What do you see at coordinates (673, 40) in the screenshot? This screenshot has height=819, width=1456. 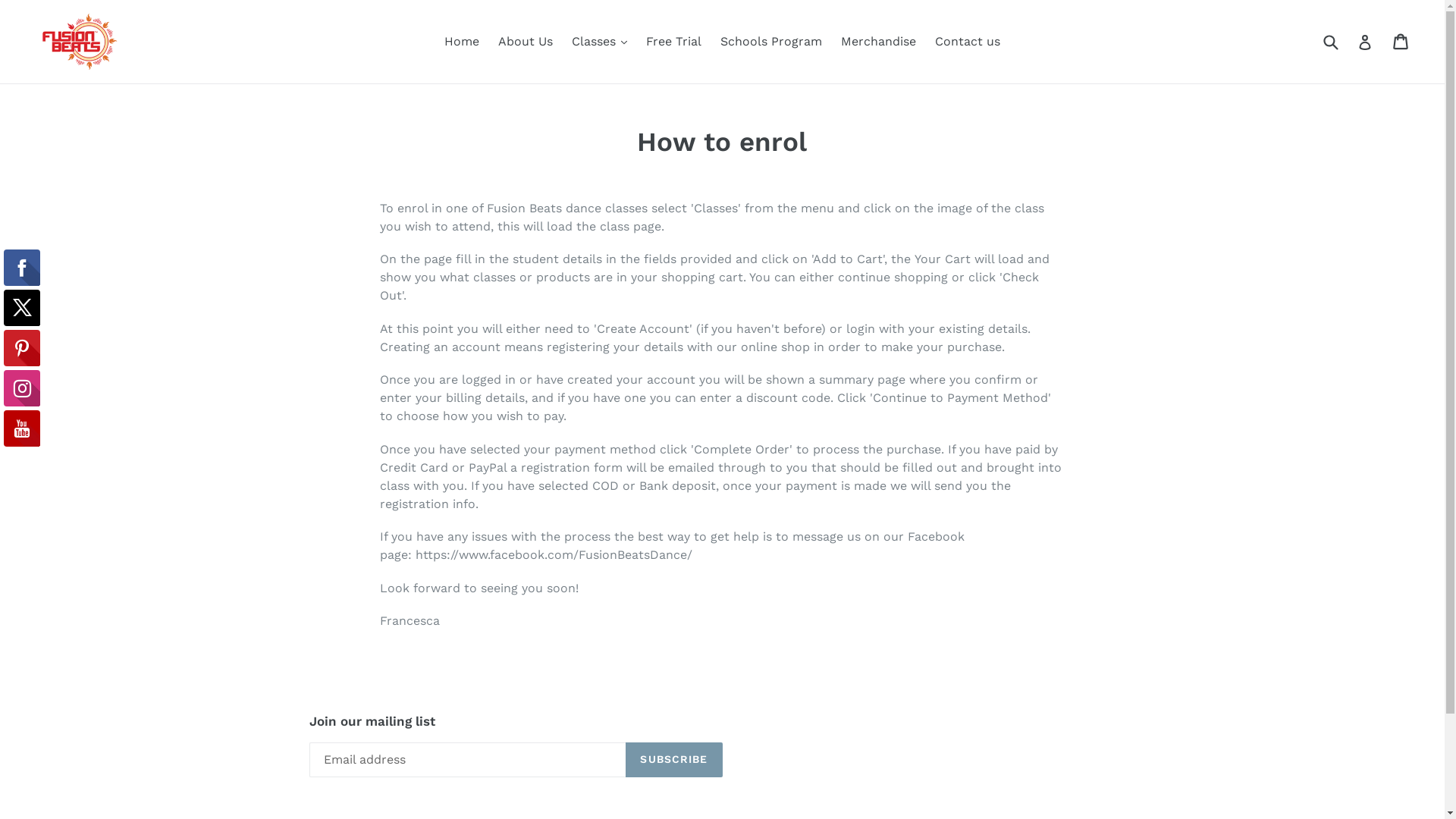 I see `'Free Trial'` at bounding box center [673, 40].